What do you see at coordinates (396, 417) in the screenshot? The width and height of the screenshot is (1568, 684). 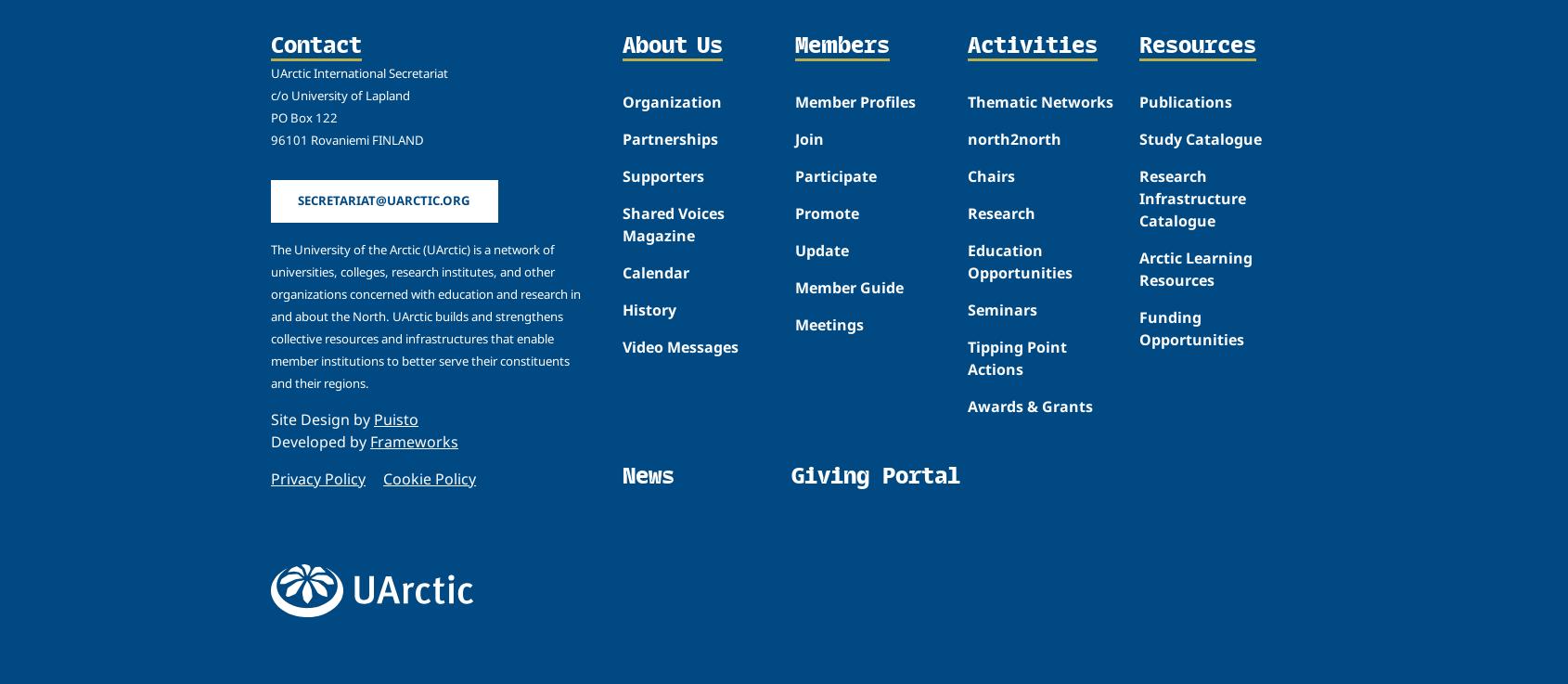 I see `'Puisto'` at bounding box center [396, 417].